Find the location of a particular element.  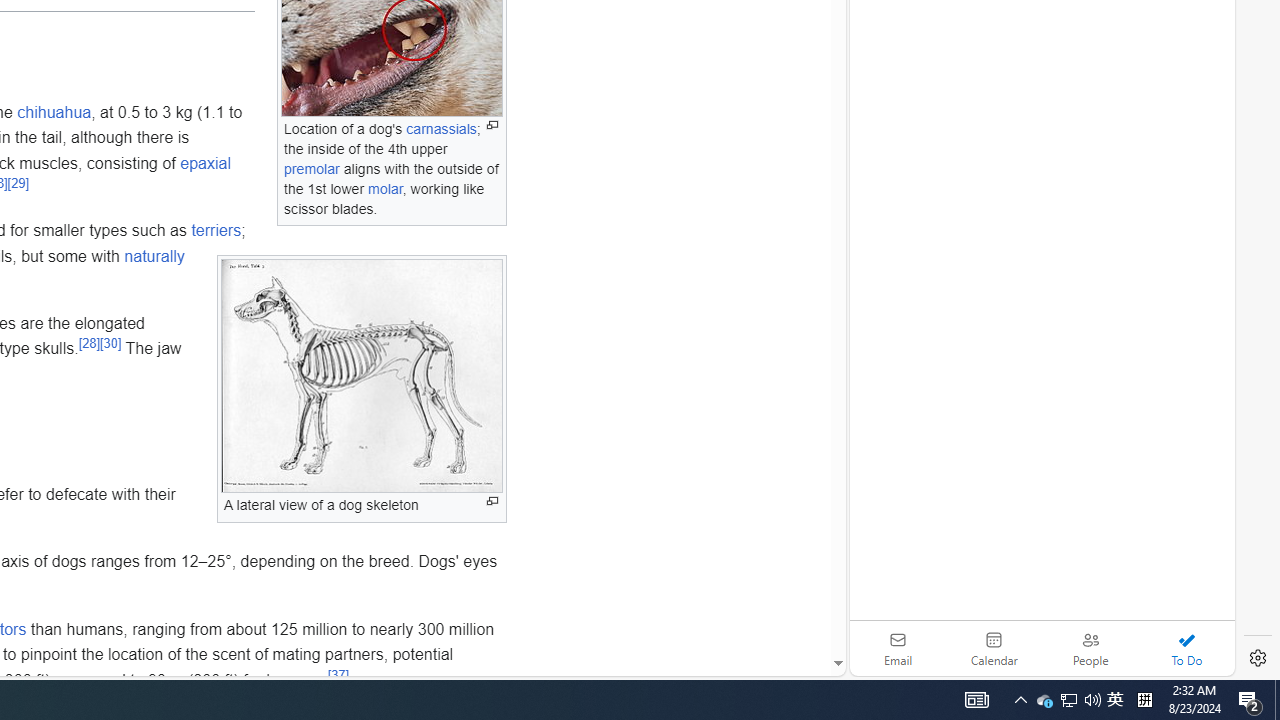

'molar' is located at coordinates (385, 188).